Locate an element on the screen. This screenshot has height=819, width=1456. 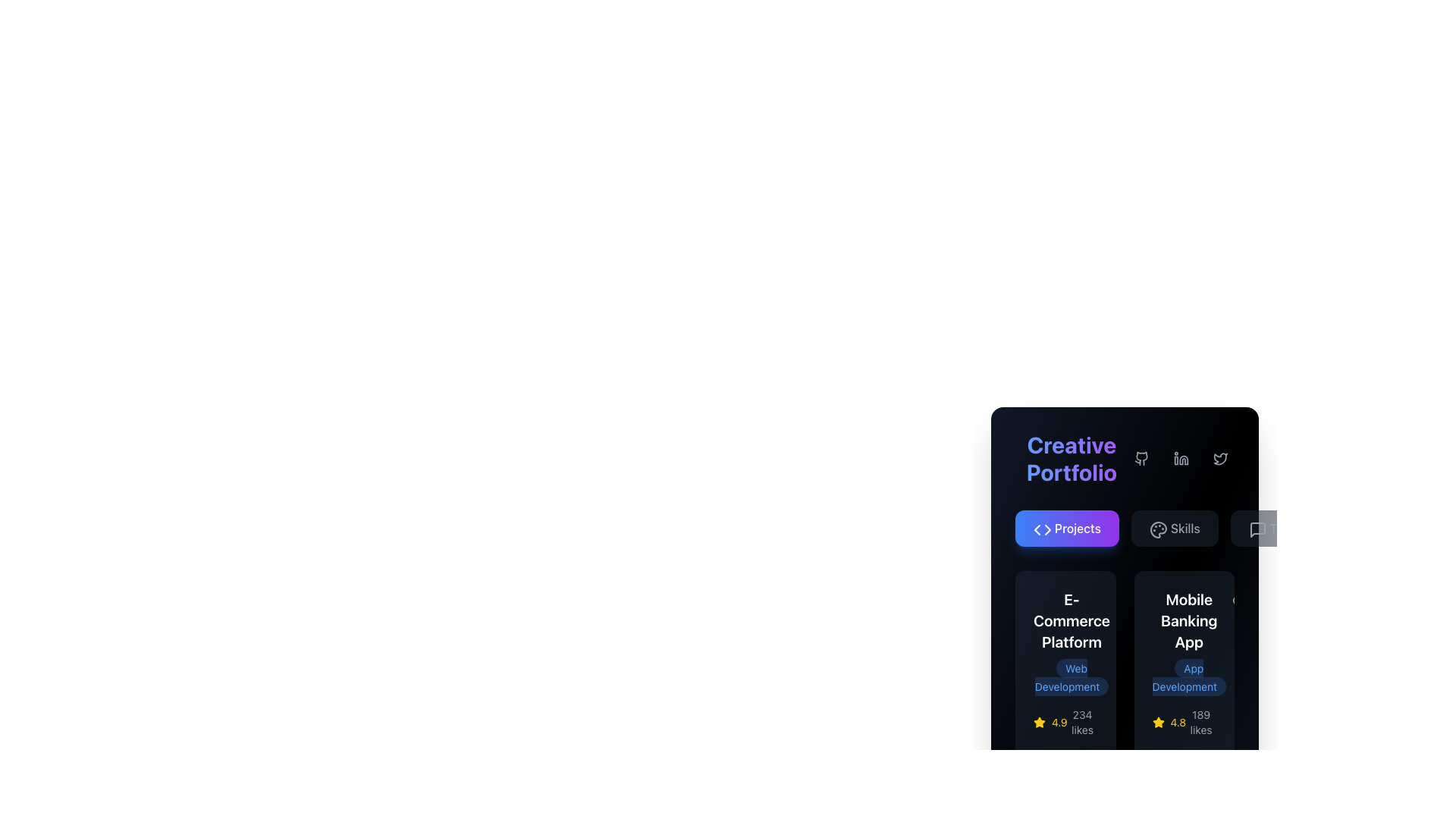
the decorative 'Skills' icon located towards the left side of the button labeled 'Skills' is located at coordinates (1156, 528).